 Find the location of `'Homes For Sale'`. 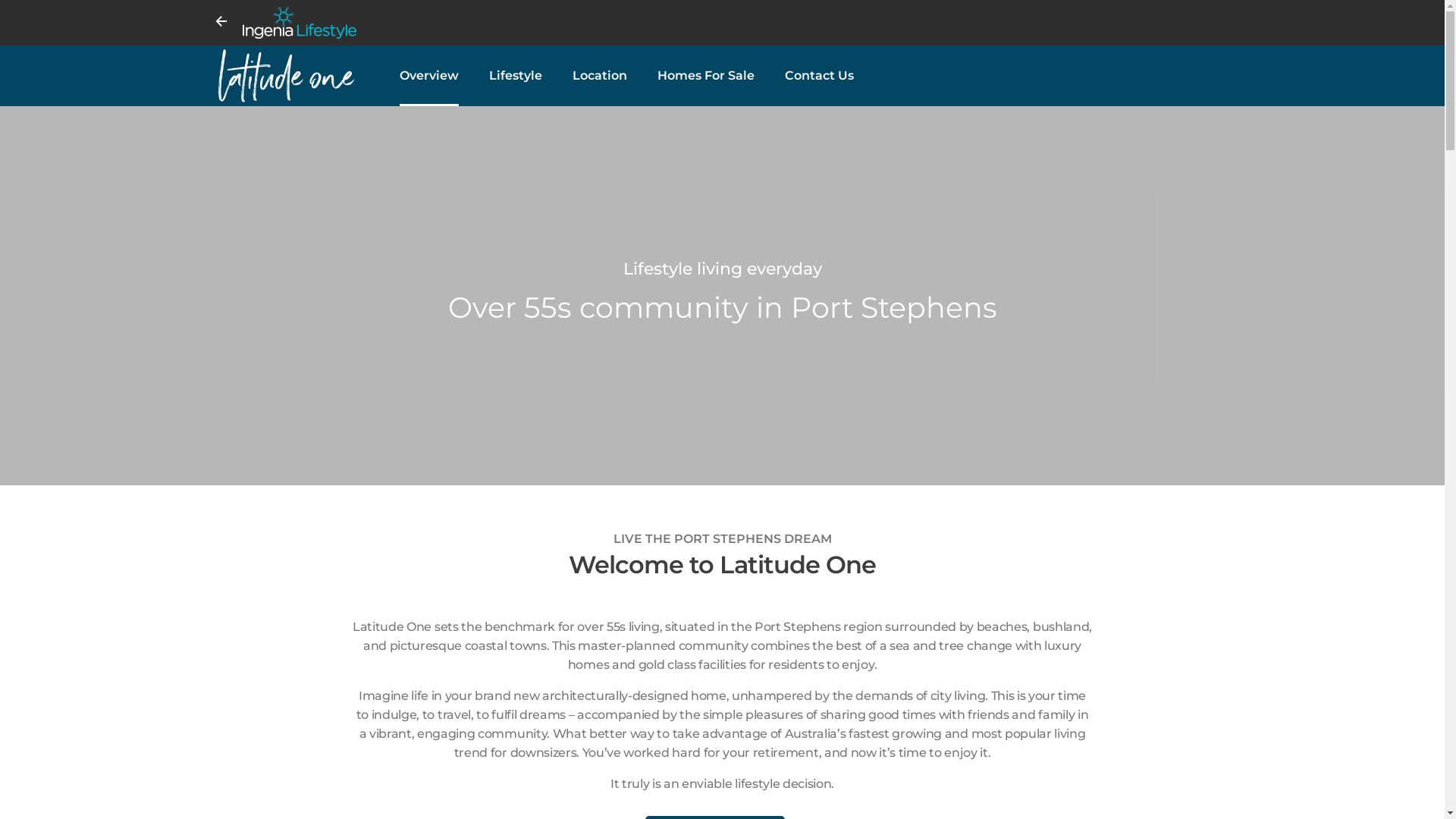

'Homes For Sale' is located at coordinates (657, 76).